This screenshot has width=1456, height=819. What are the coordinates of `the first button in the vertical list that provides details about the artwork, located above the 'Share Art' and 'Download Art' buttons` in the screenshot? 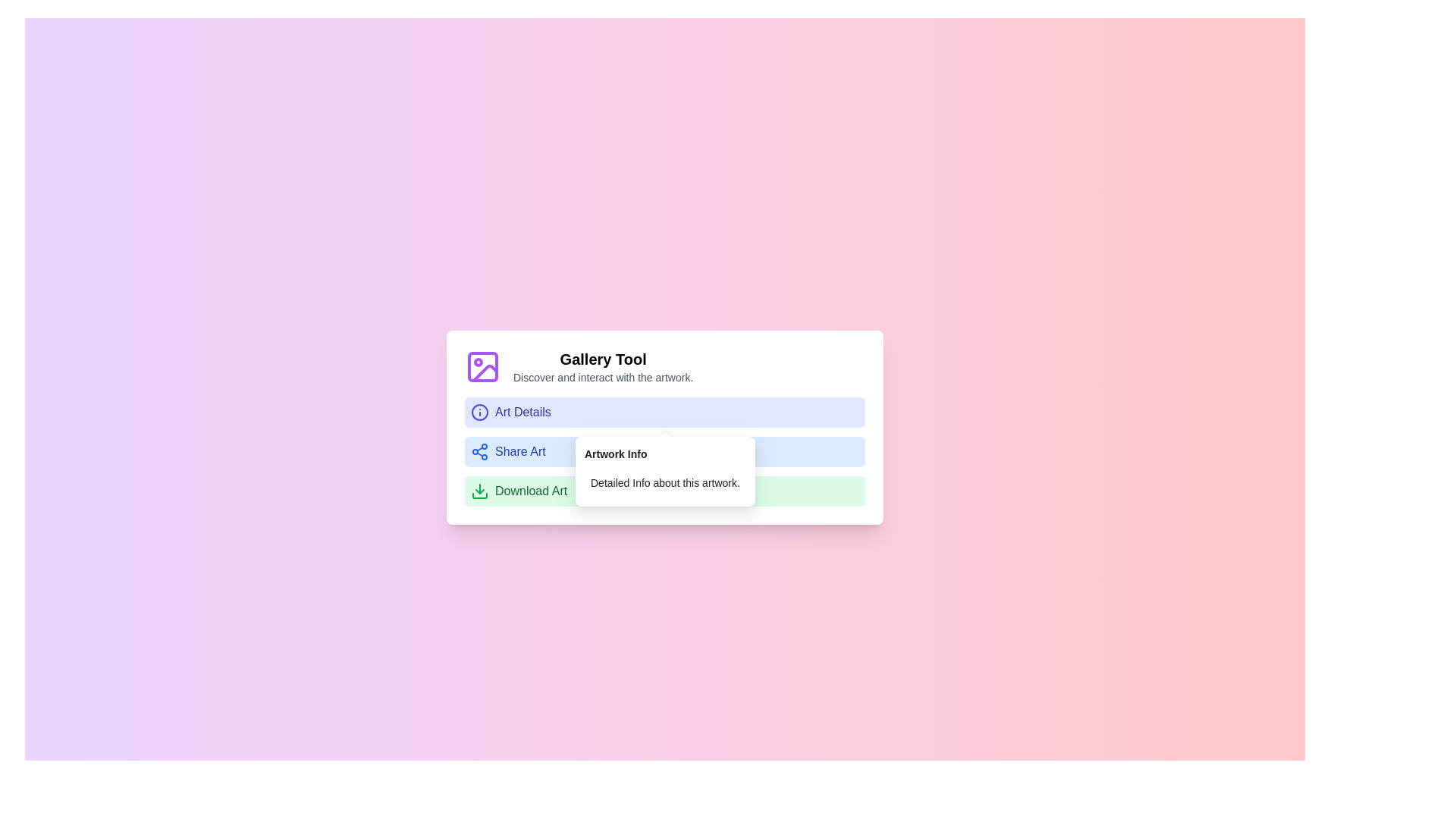 It's located at (665, 412).